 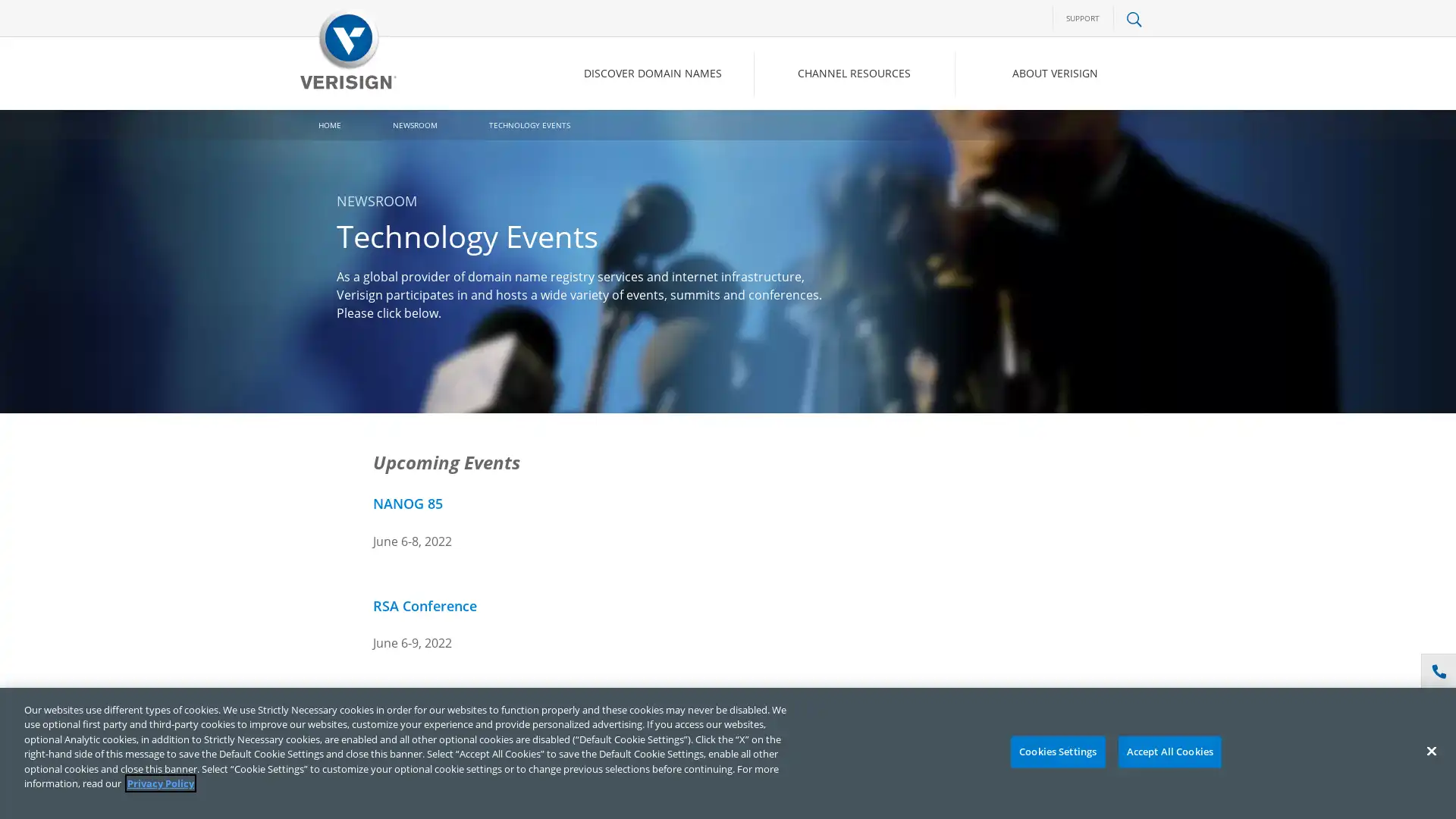 I want to click on Close, so click(x=1430, y=751).